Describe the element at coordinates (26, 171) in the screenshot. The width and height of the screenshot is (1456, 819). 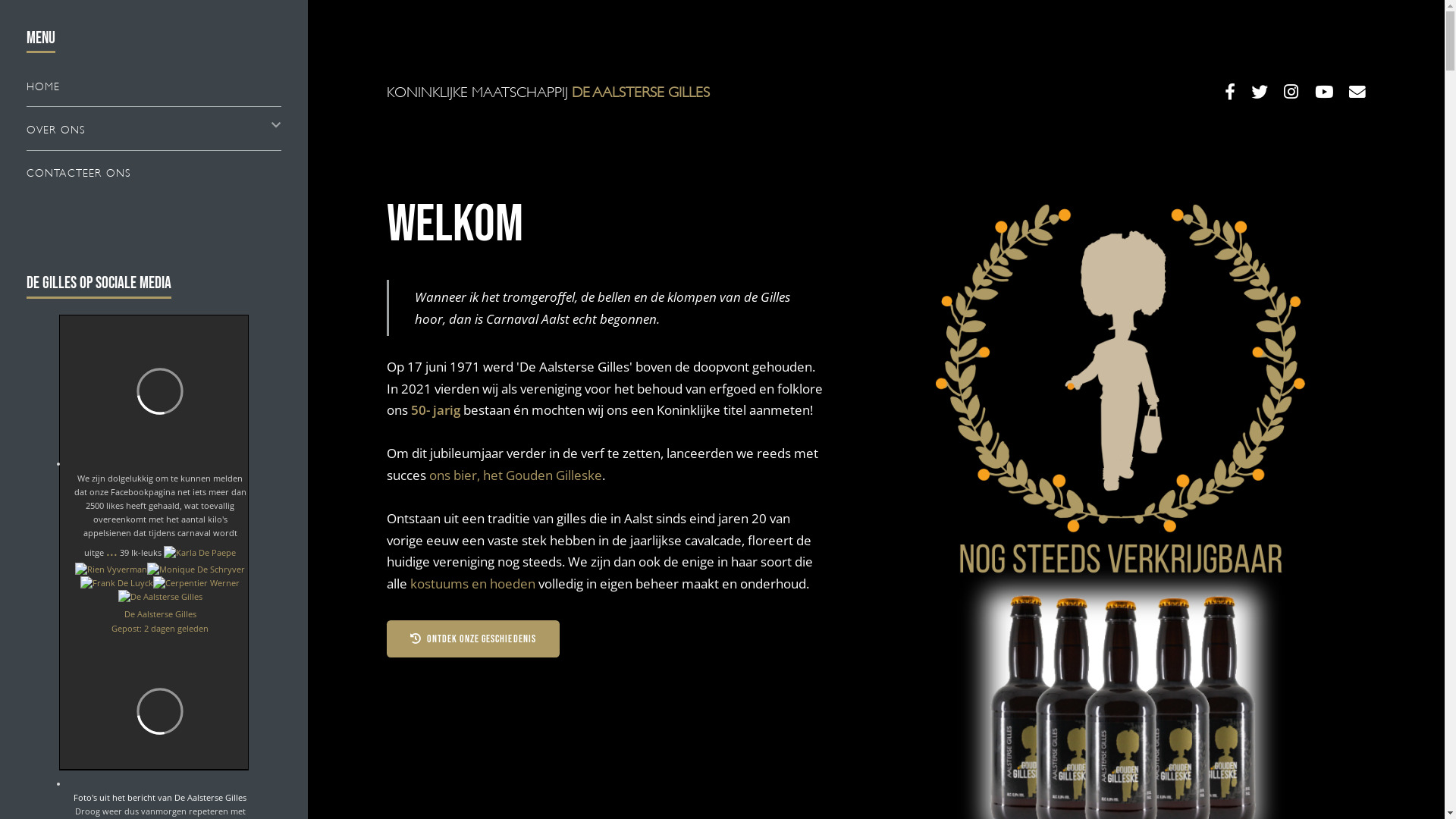
I see `'CONTACTEER ONS'` at that location.